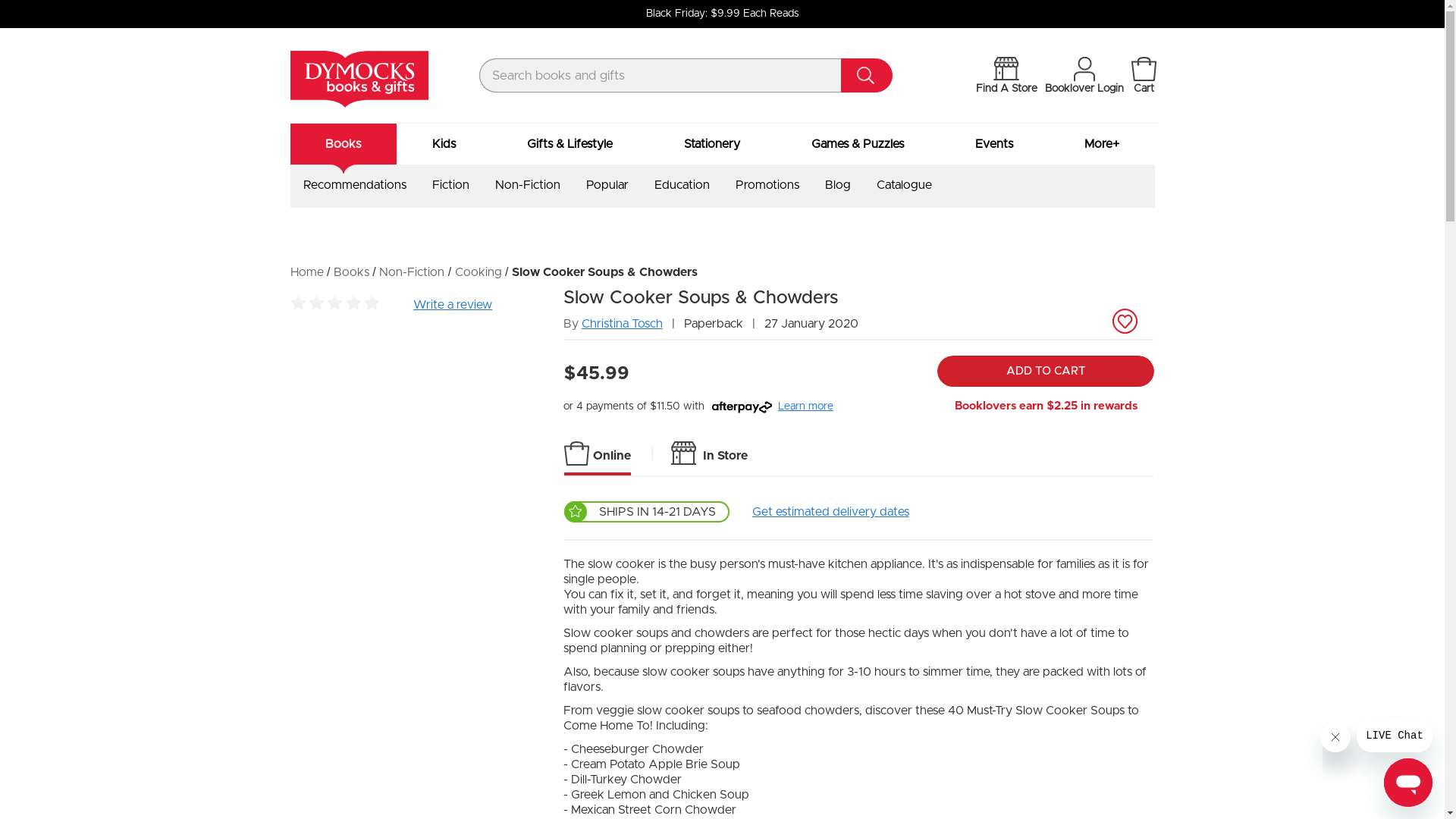  Describe the element at coordinates (607, 184) in the screenshot. I see `'Popular'` at that location.